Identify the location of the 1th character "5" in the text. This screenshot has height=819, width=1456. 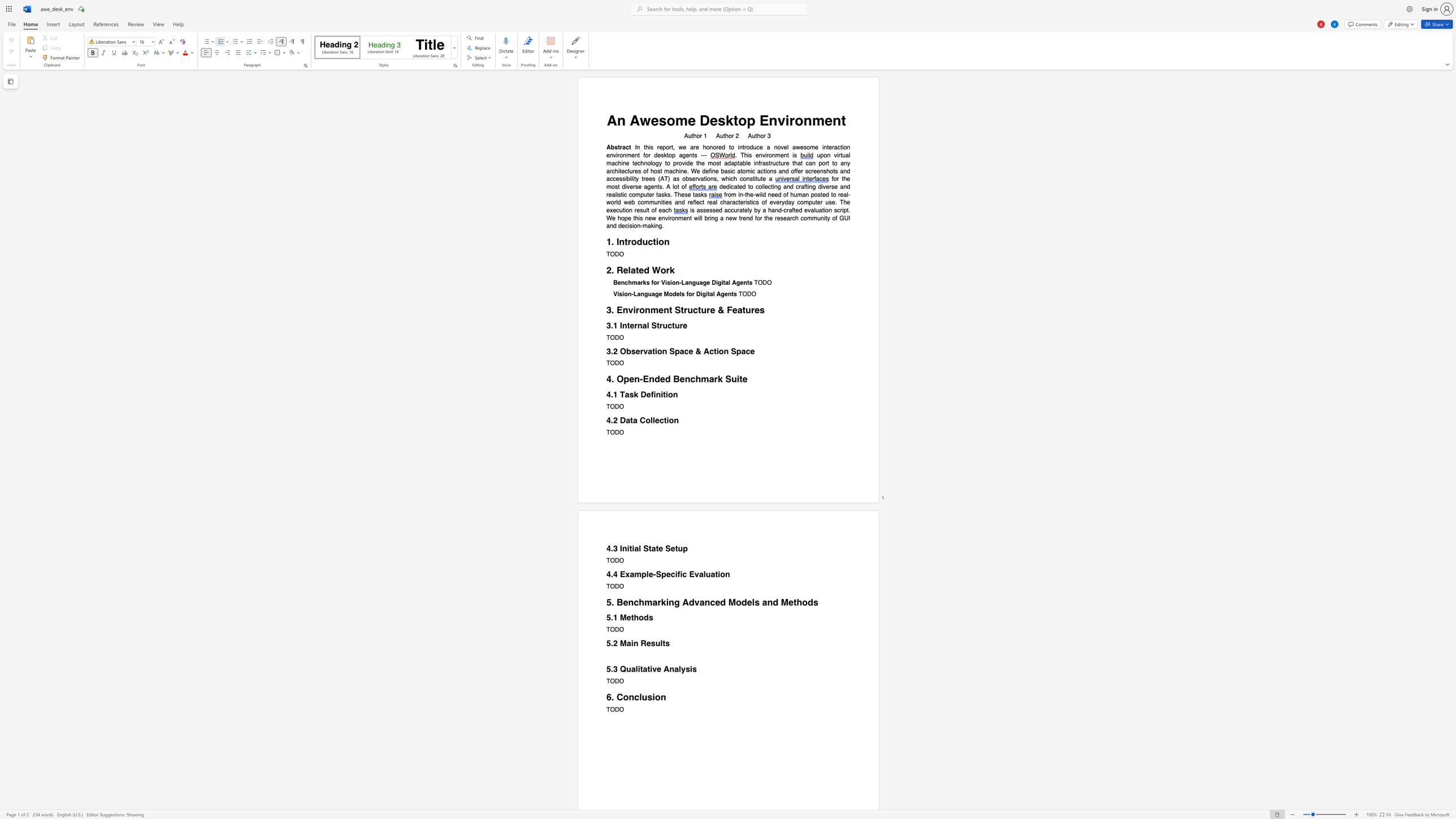
(609, 602).